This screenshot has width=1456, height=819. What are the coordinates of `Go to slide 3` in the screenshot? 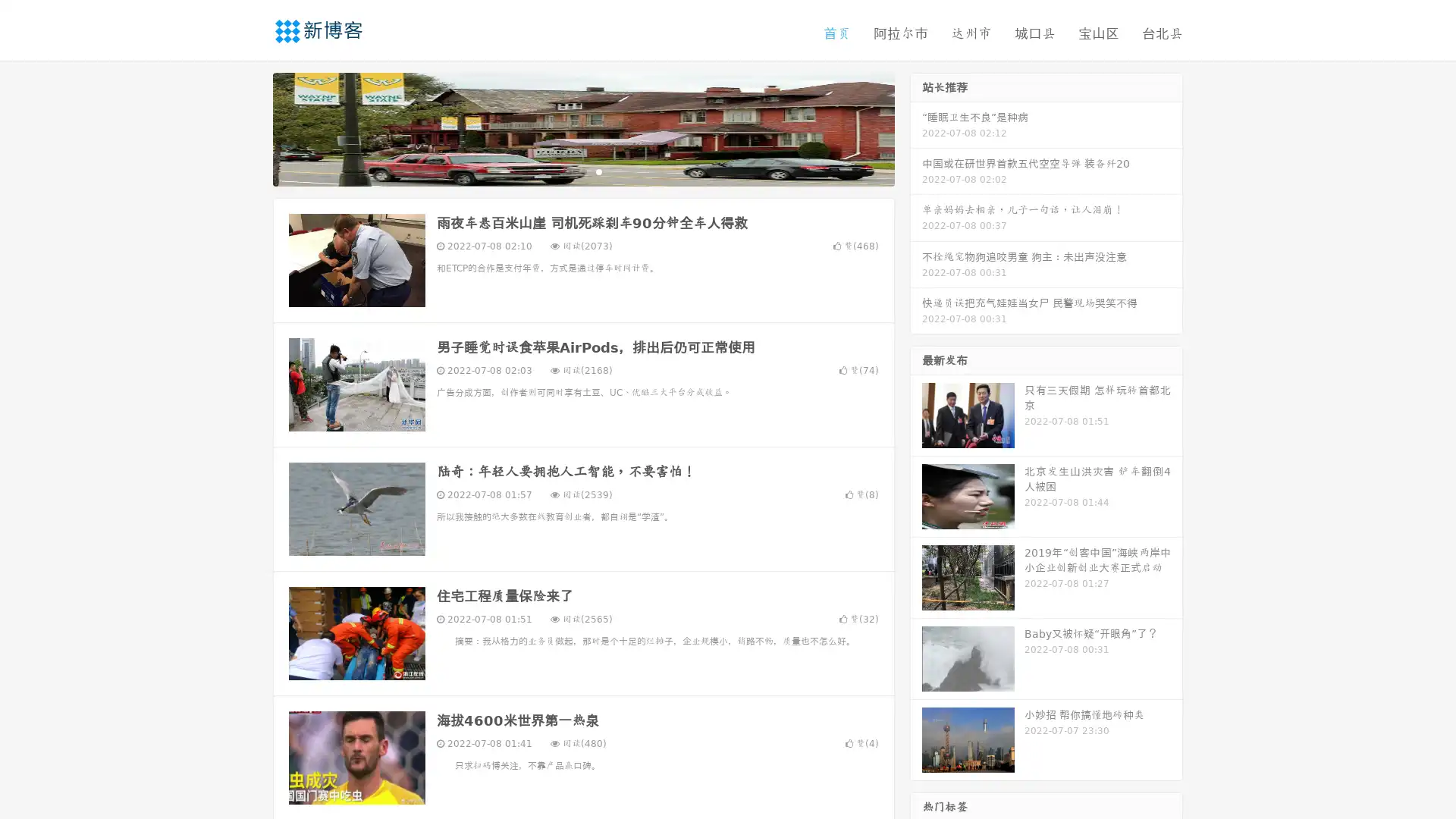 It's located at (598, 171).